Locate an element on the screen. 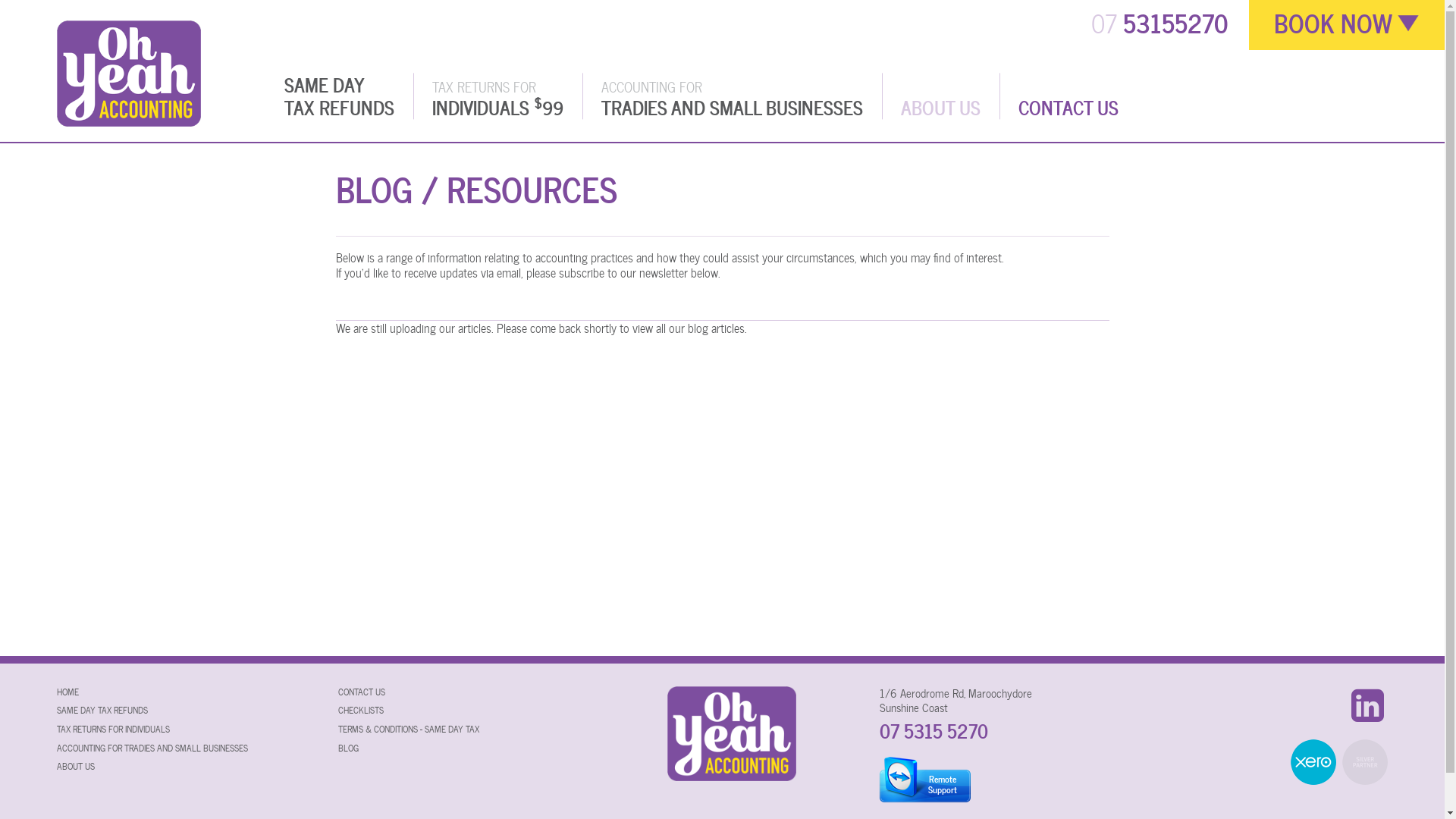 This screenshot has height=819, width=1456. 'LinkedIn' is located at coordinates (1367, 704).